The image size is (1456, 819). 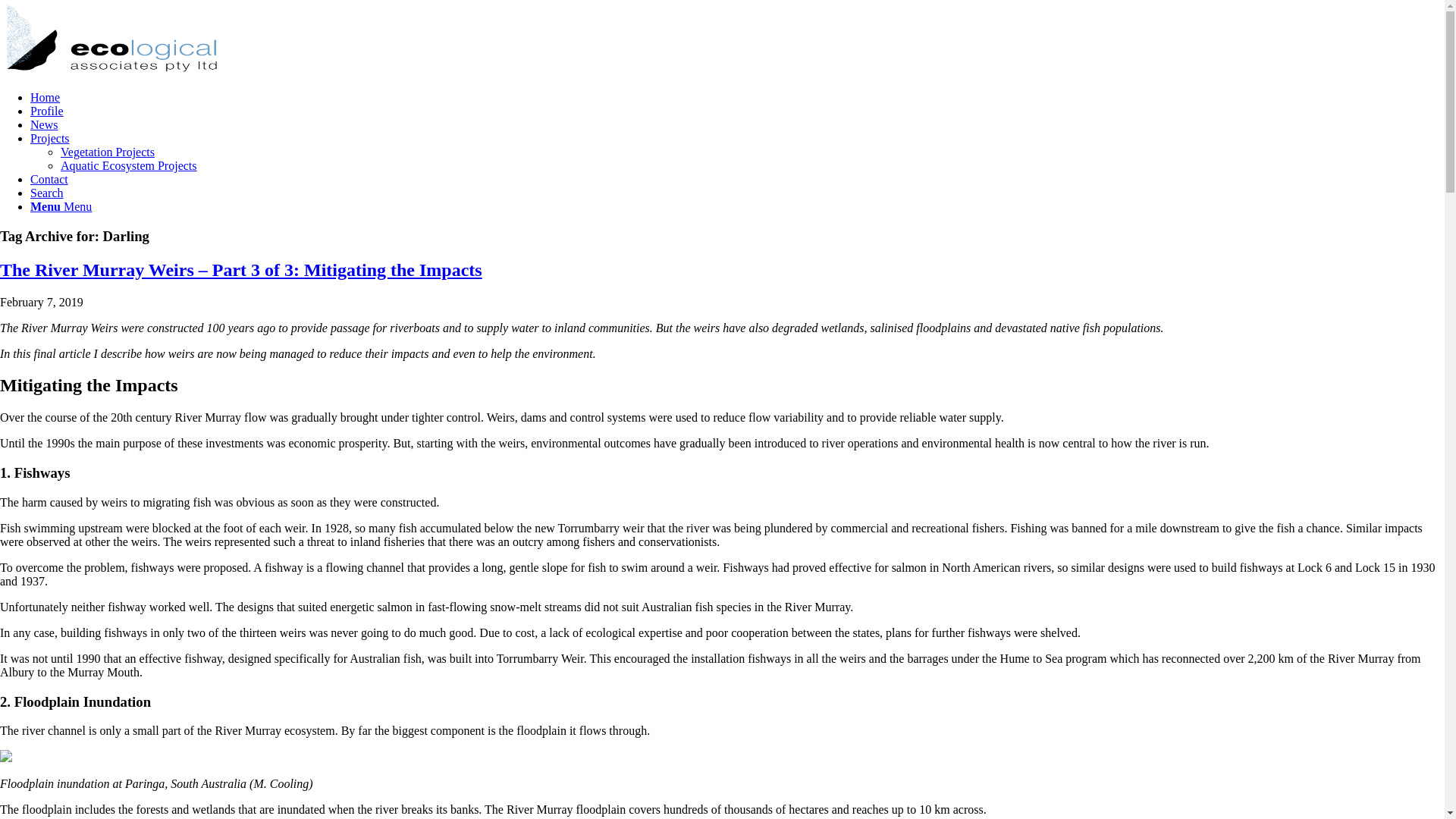 I want to click on 'Home', so click(x=30, y=97).